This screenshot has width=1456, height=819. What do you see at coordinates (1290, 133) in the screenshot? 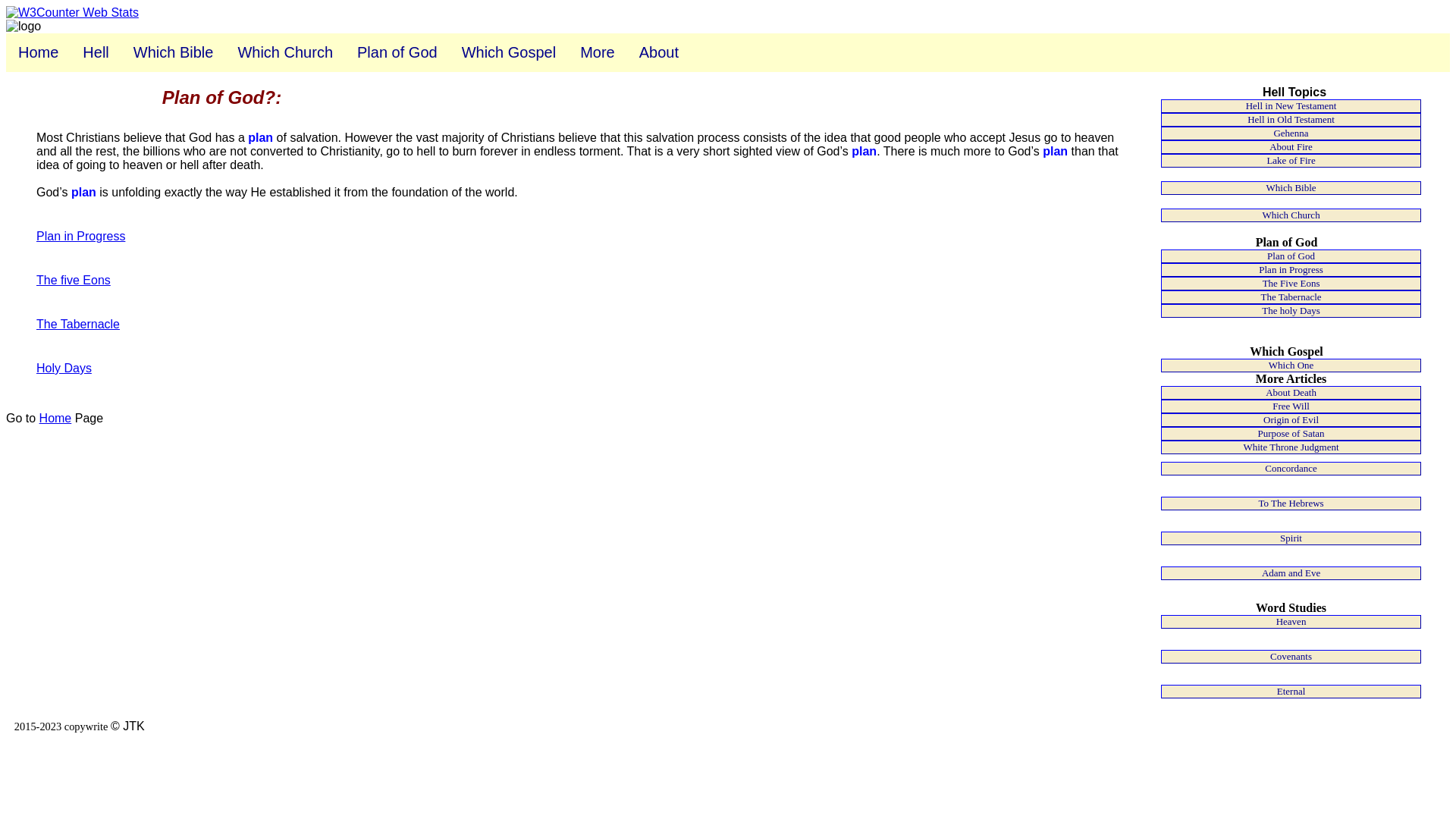
I see `'Gehenna'` at bounding box center [1290, 133].